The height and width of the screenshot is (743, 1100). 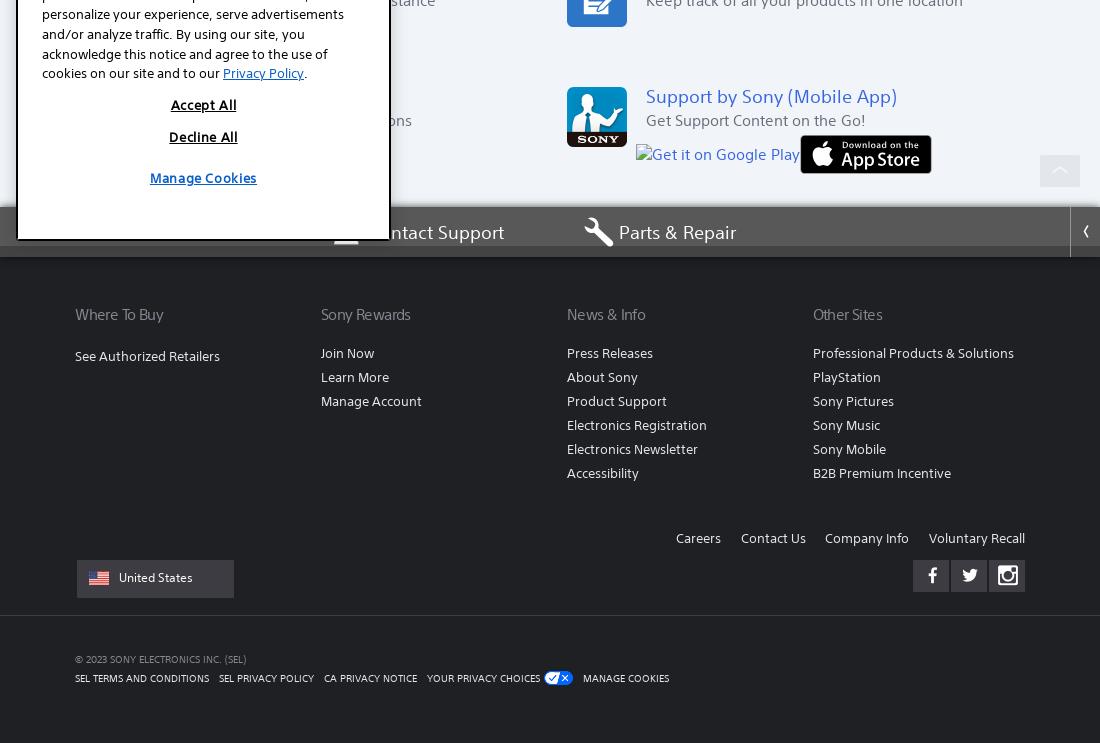 What do you see at coordinates (866, 538) in the screenshot?
I see `'Company Info'` at bounding box center [866, 538].